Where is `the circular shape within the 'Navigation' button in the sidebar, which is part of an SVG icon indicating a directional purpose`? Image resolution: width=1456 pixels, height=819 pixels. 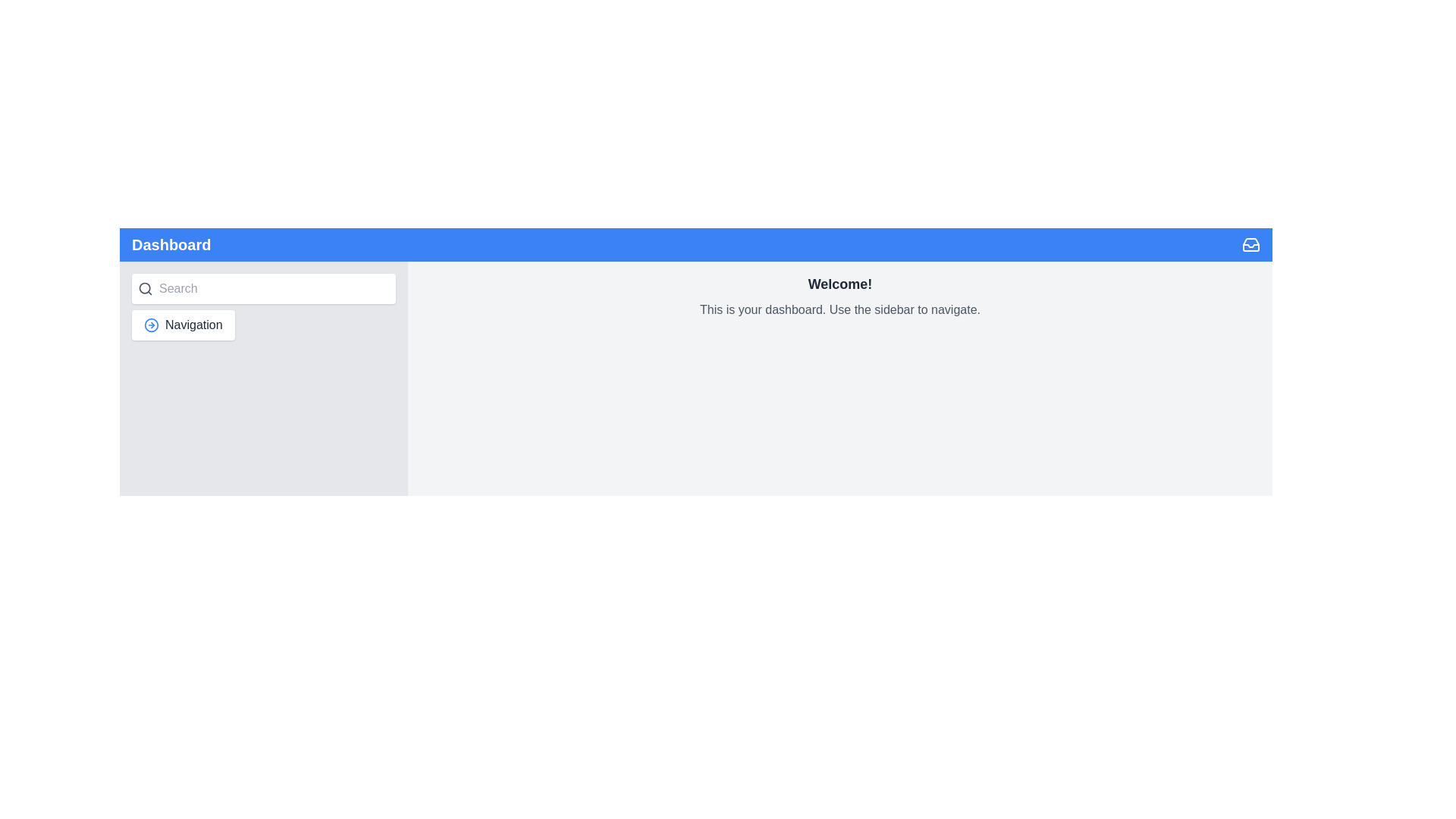 the circular shape within the 'Navigation' button in the sidebar, which is part of an SVG icon indicating a directional purpose is located at coordinates (152, 324).